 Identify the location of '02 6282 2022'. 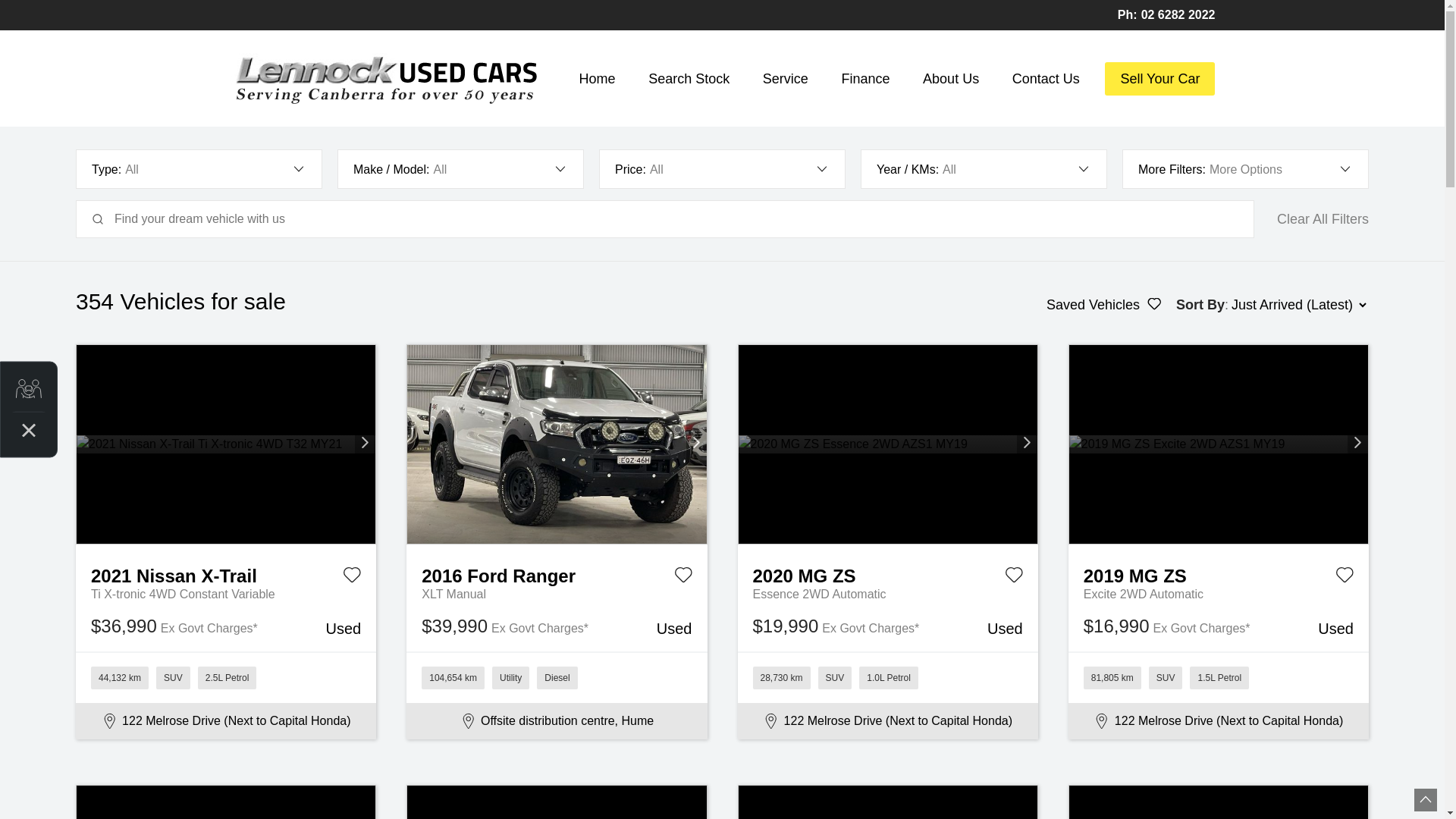
(1178, 15).